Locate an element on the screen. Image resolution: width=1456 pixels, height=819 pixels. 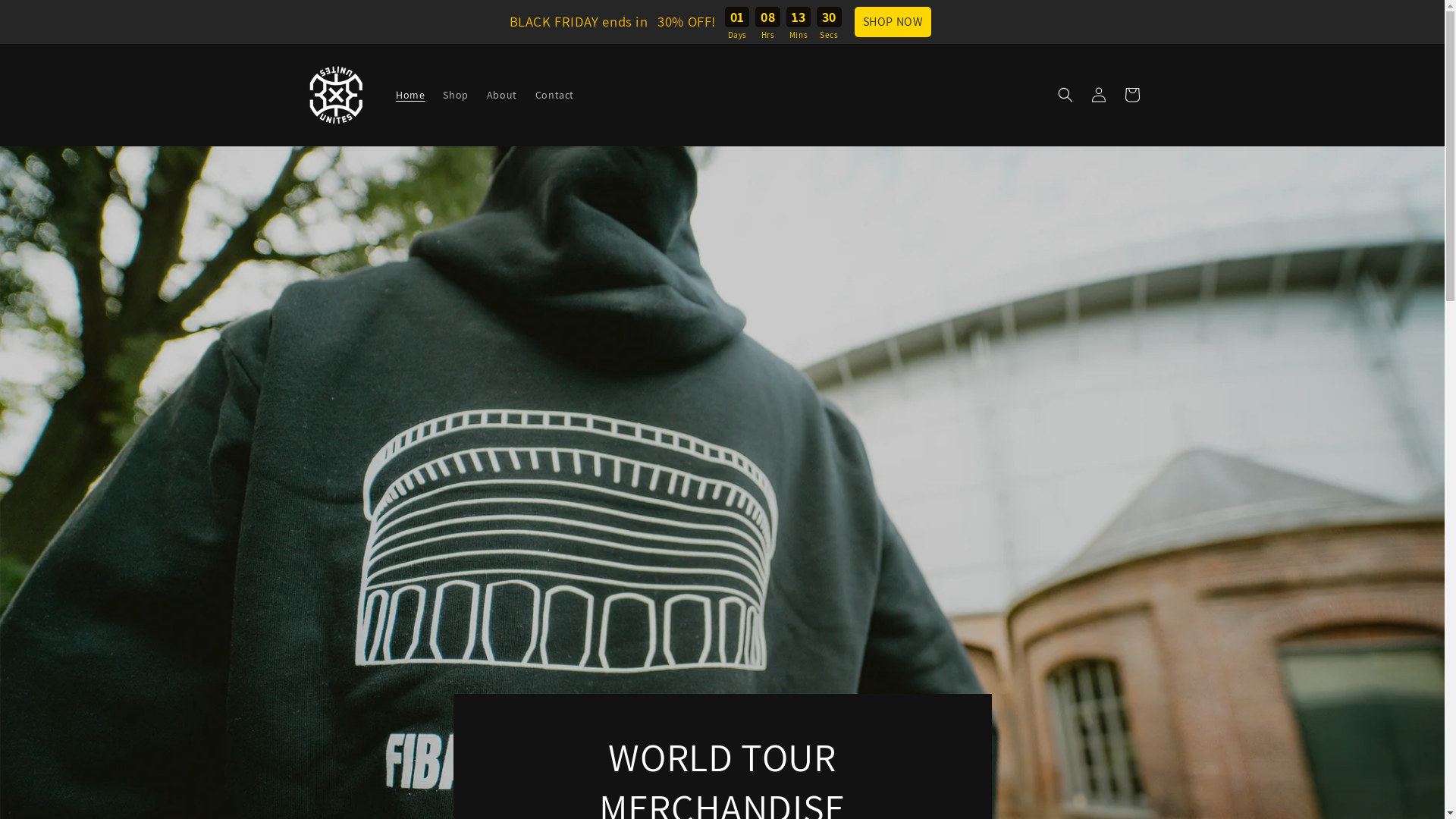
'Home' is located at coordinates (410, 94).